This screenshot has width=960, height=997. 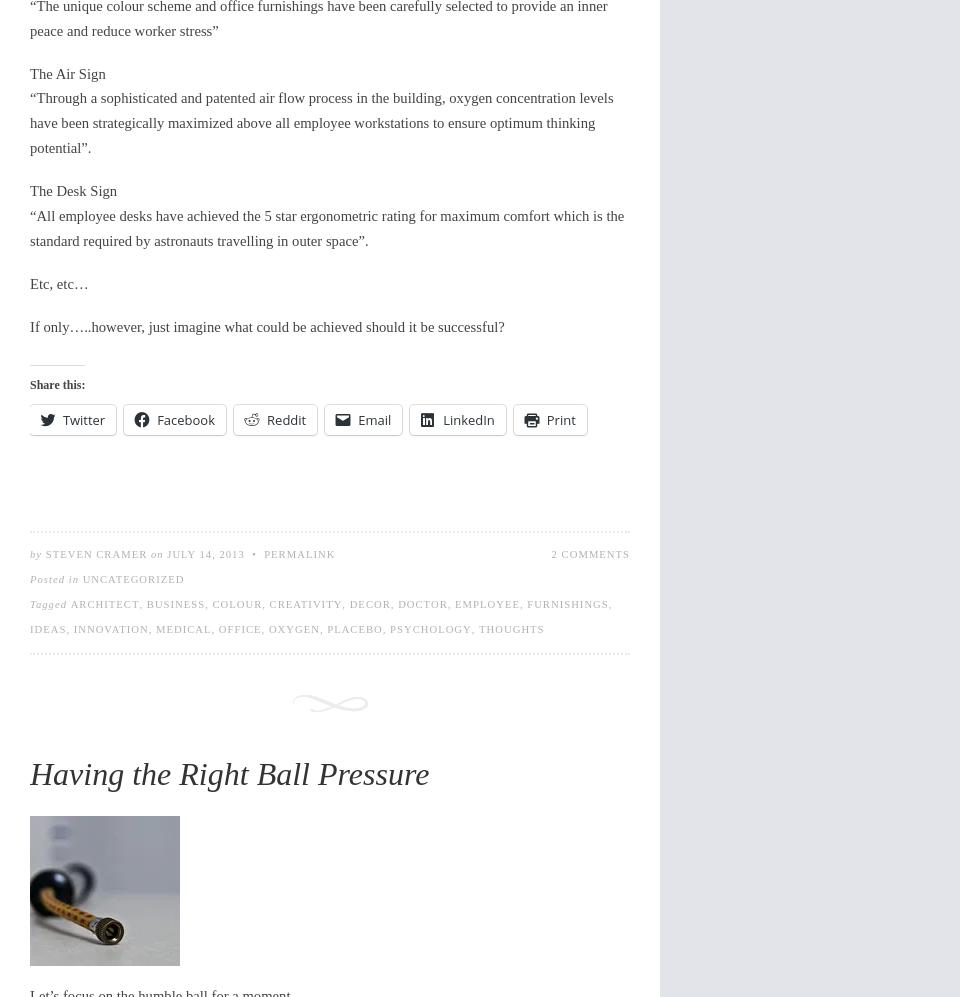 What do you see at coordinates (430, 627) in the screenshot?
I see `'psychology'` at bounding box center [430, 627].